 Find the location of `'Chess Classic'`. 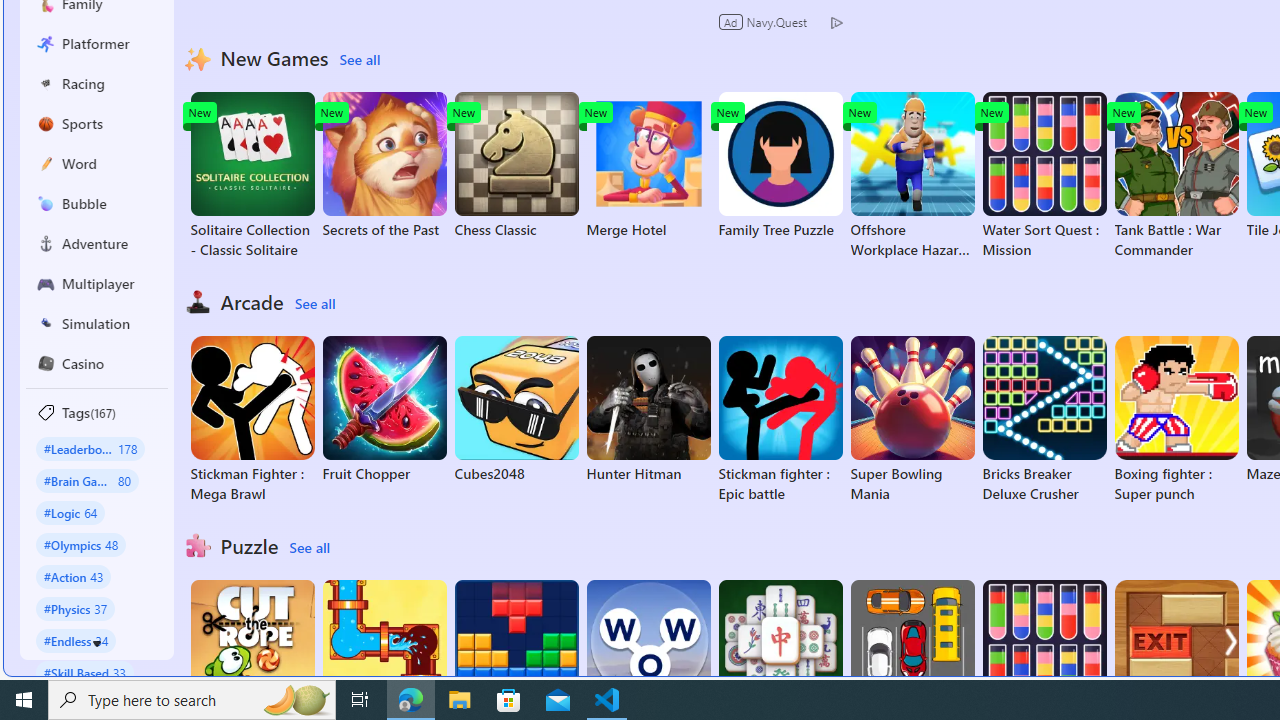

'Chess Classic' is located at coordinates (516, 164).